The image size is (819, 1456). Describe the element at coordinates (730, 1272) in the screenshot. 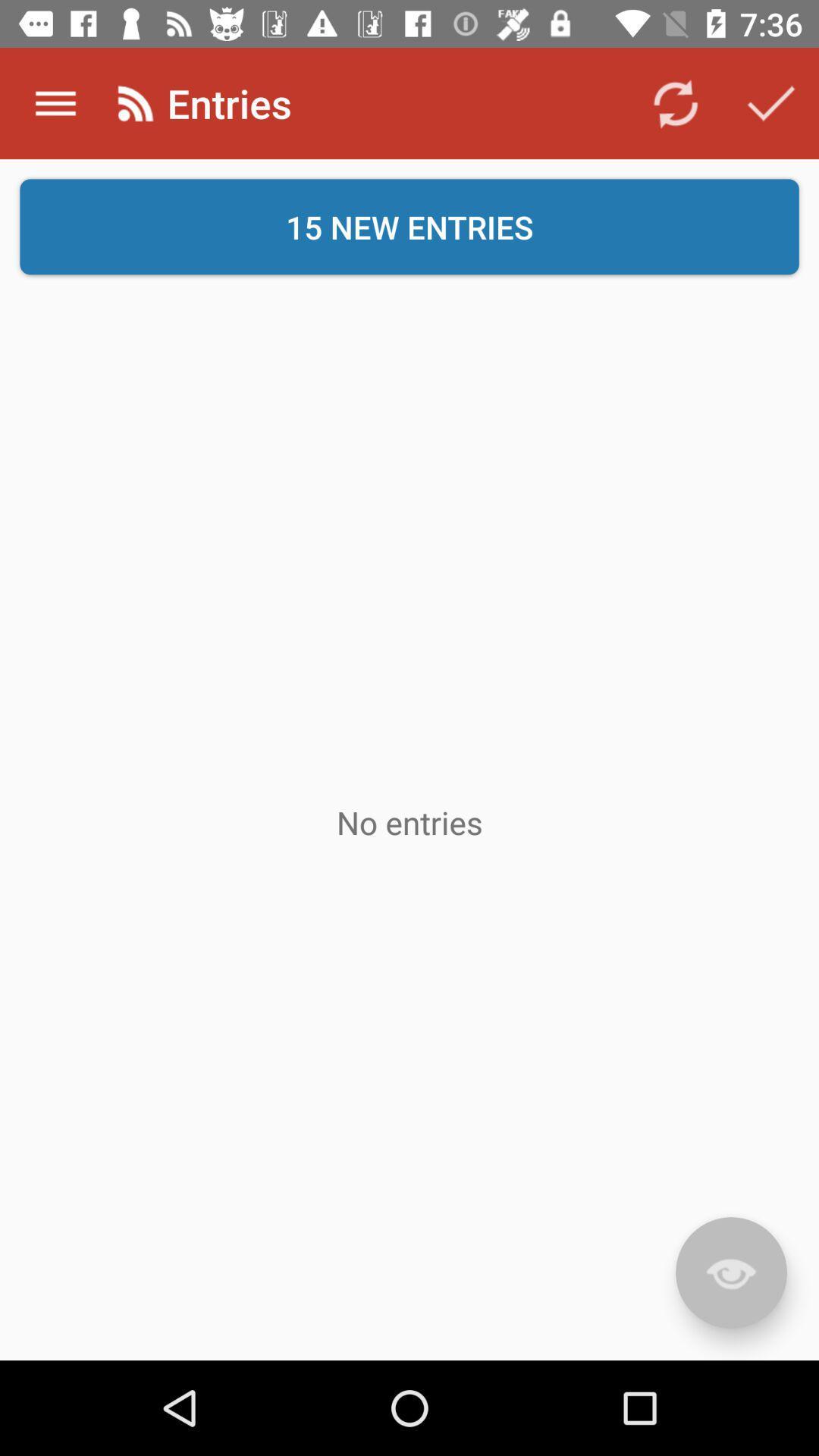

I see `item below the 15 new entries item` at that location.